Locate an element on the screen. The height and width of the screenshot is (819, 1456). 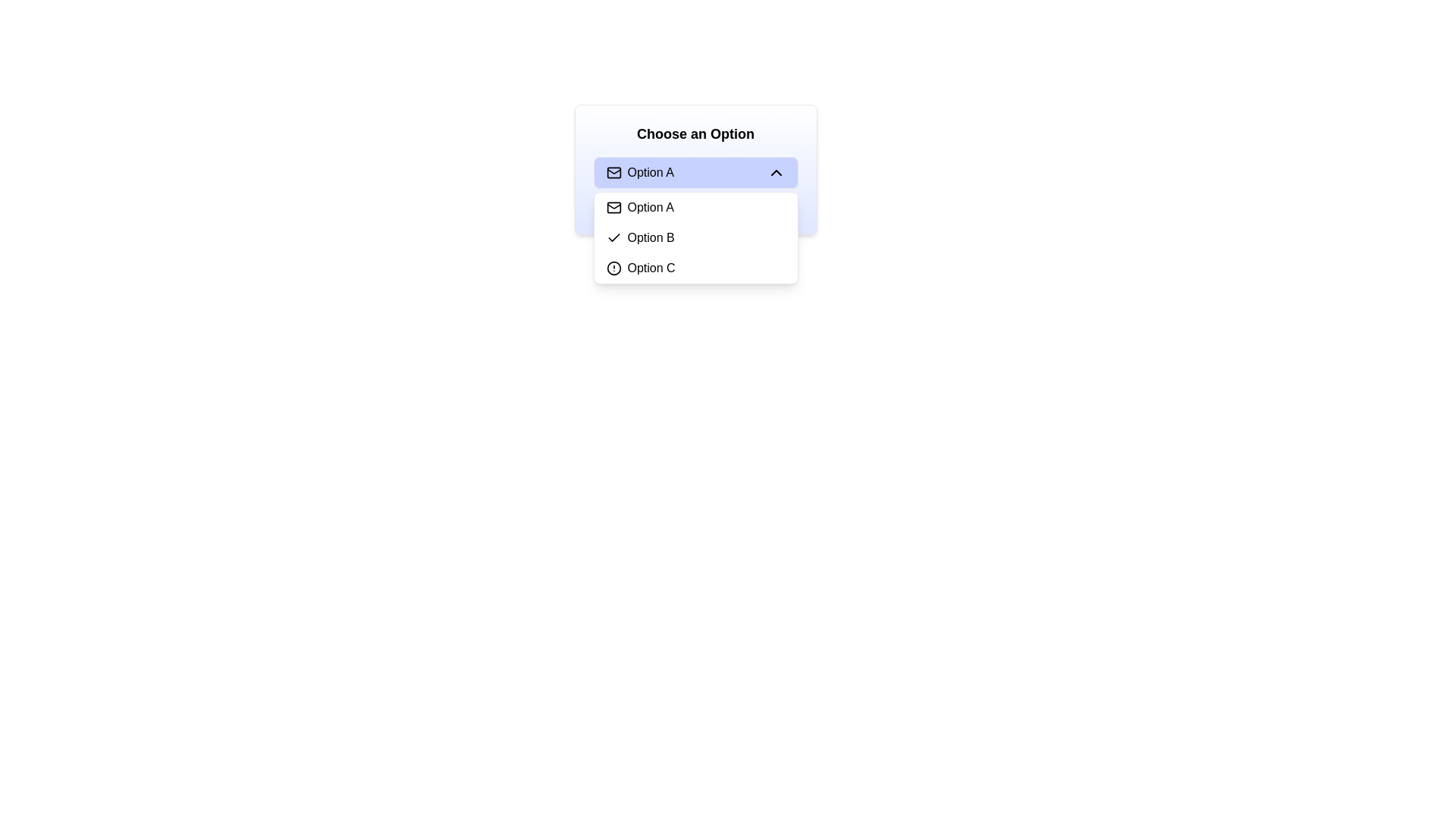
the text 'Option A' within the light indigo dropdown button is located at coordinates (640, 171).